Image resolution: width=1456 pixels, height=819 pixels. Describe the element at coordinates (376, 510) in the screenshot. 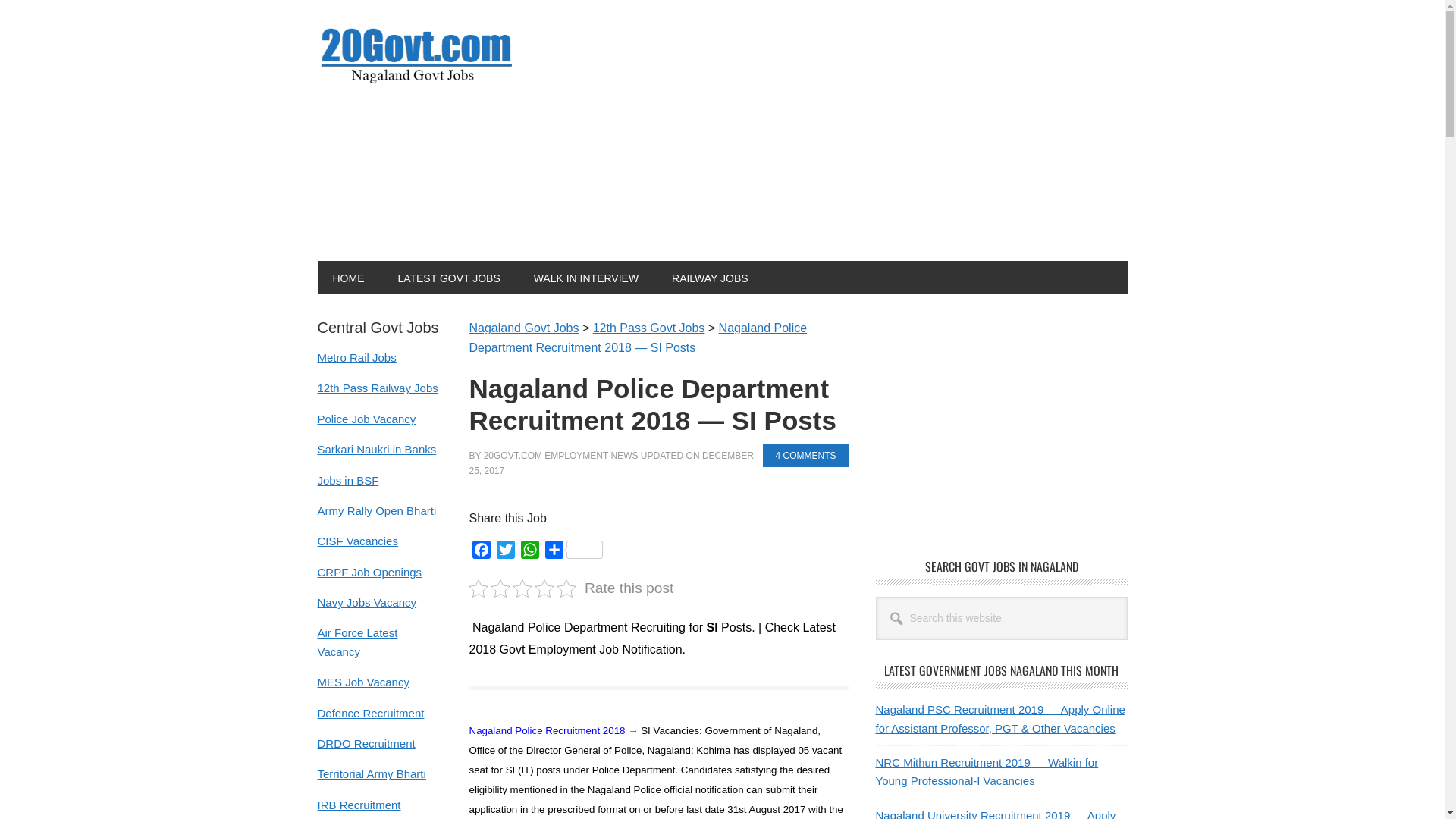

I see `'Army Rally Open Bharti'` at that location.